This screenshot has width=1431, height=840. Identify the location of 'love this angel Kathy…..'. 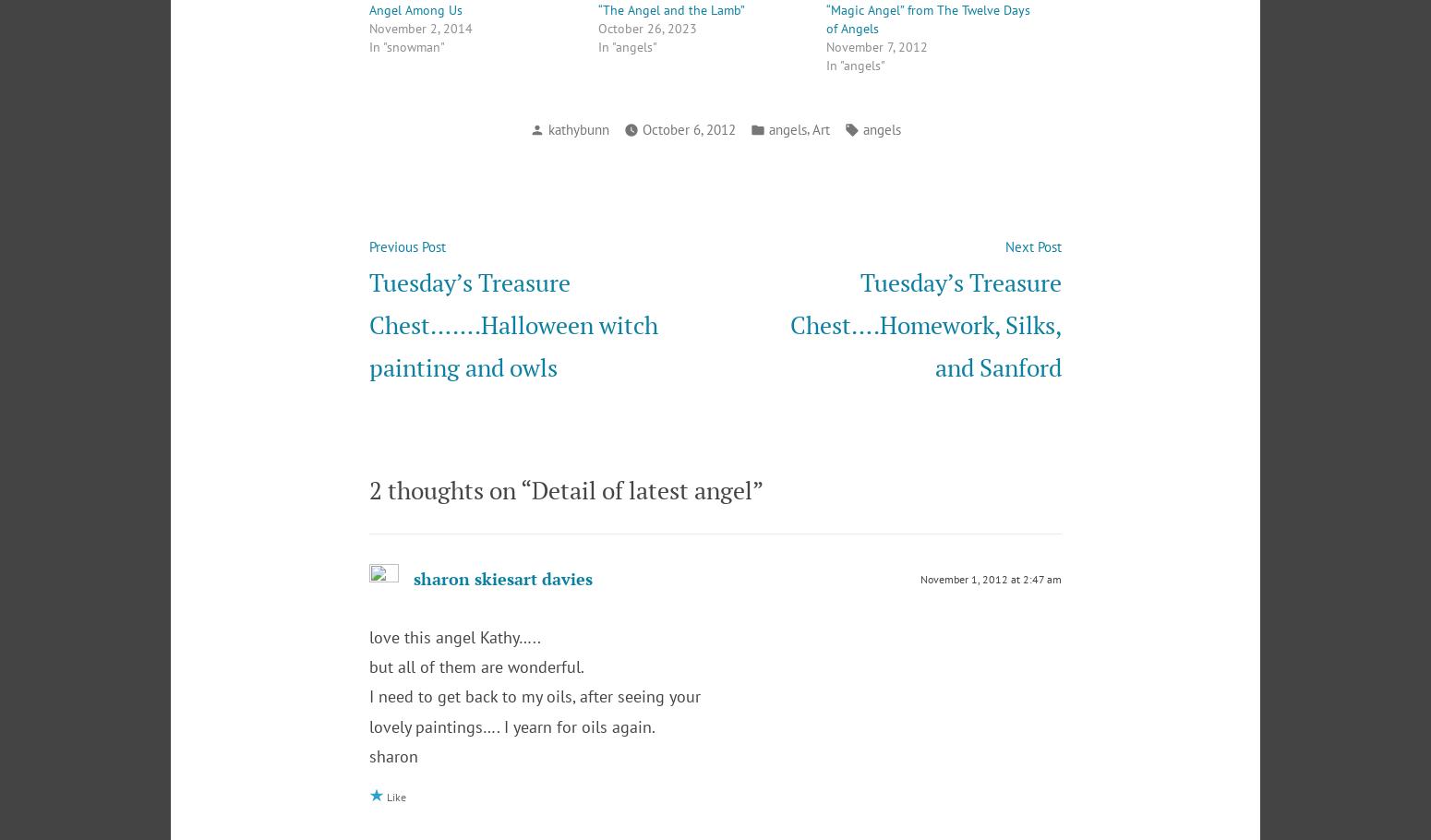
(454, 637).